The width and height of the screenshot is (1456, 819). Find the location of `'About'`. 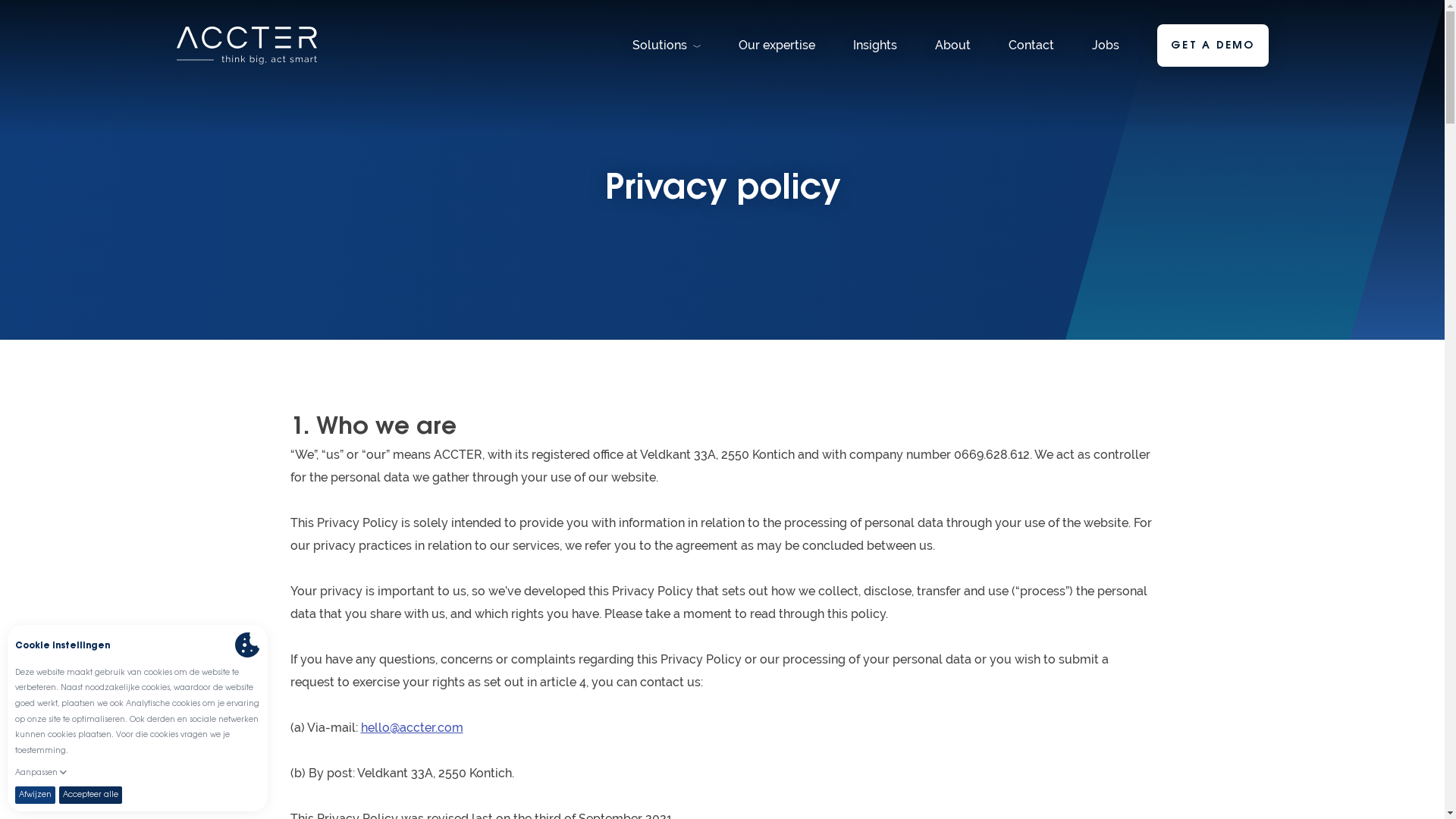

'About' is located at coordinates (952, 45).